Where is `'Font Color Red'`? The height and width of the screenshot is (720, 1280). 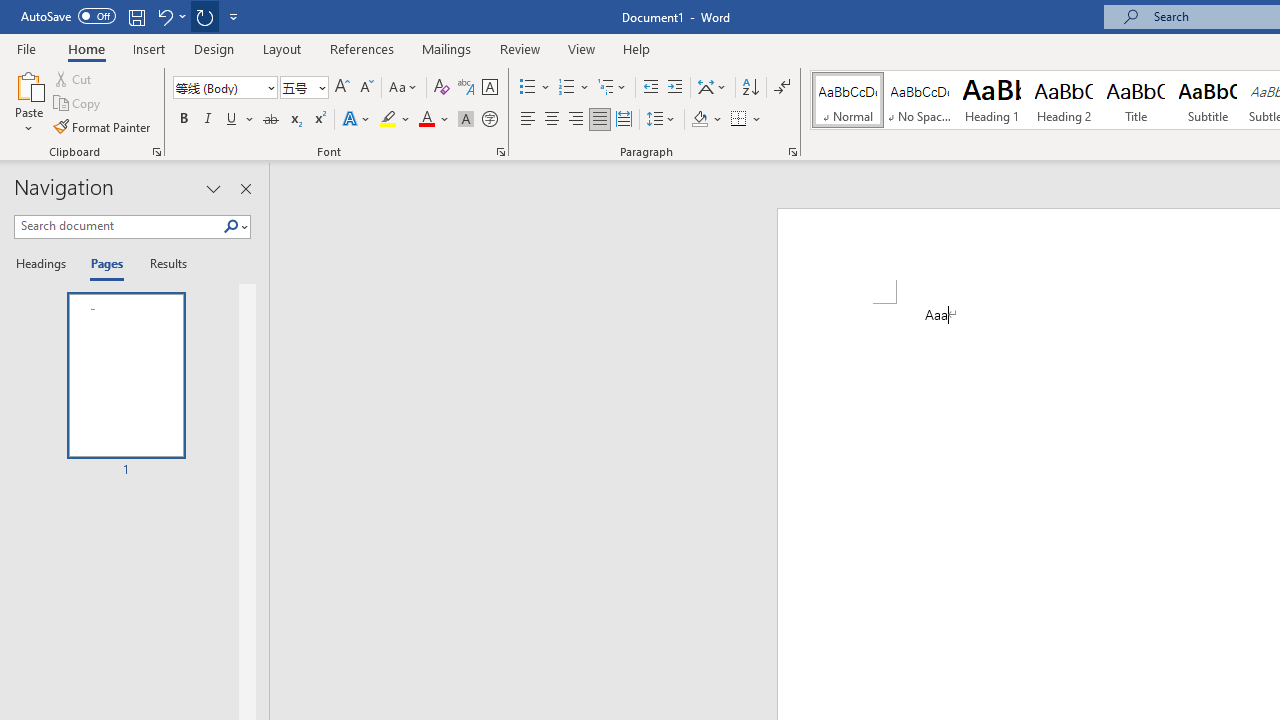
'Font Color Red' is located at coordinates (425, 119).